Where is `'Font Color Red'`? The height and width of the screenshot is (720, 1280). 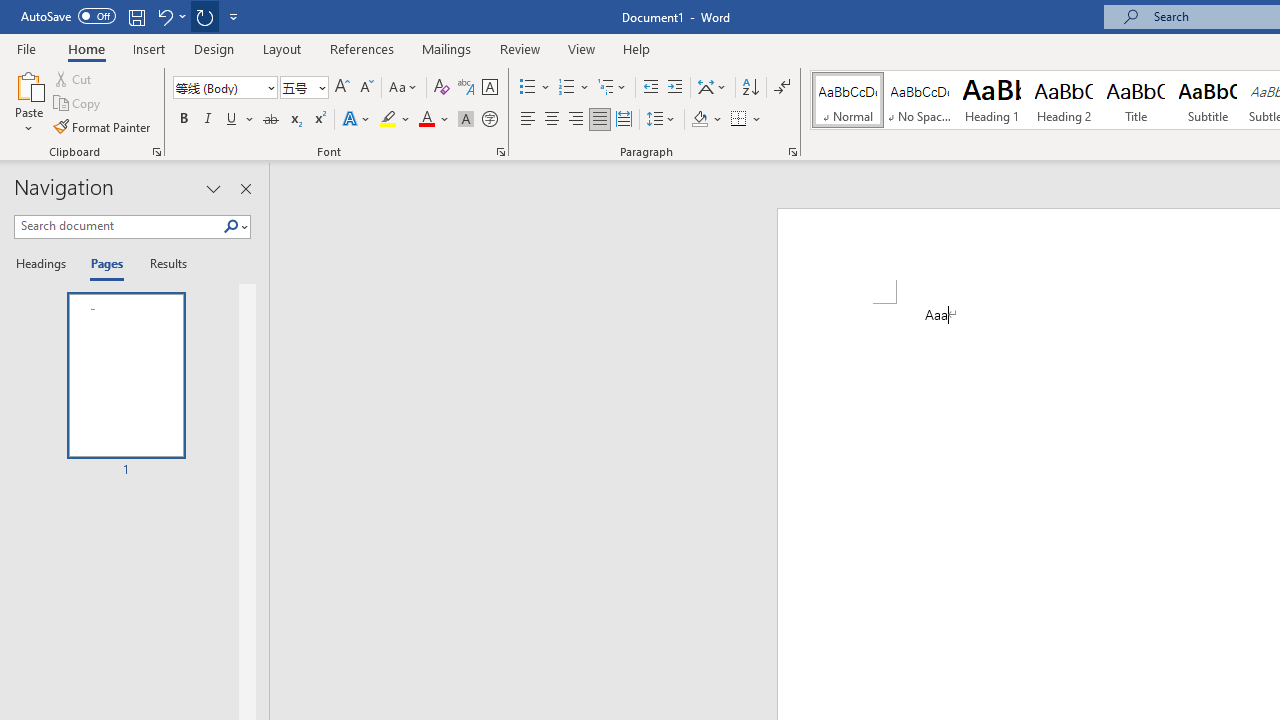
'Font Color Red' is located at coordinates (425, 119).